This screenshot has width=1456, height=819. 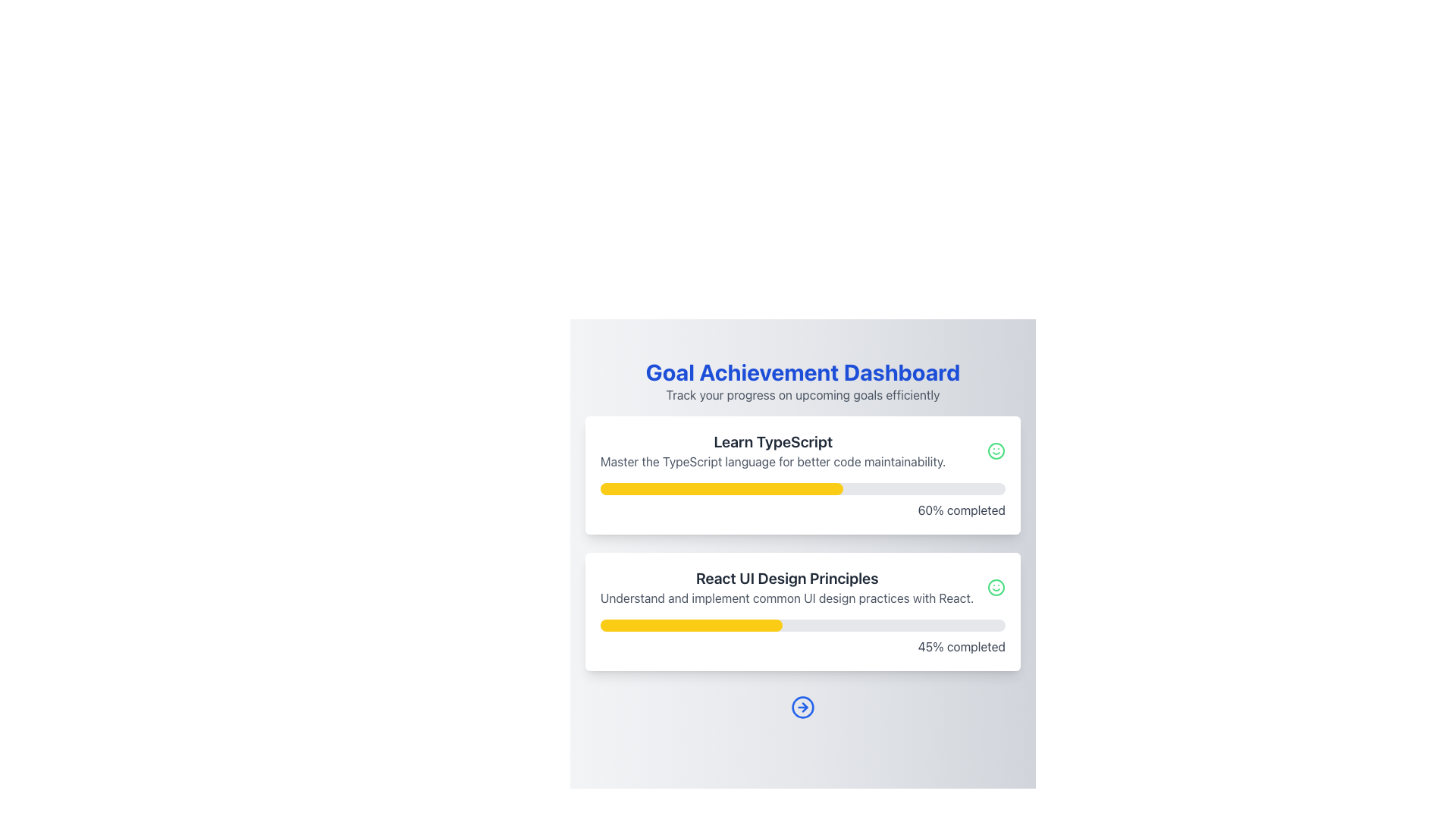 What do you see at coordinates (802, 394) in the screenshot?
I see `the static text that serves as a descriptive subtitle for the dashboard, located directly below 'Goal Achievement Dashboard'` at bounding box center [802, 394].